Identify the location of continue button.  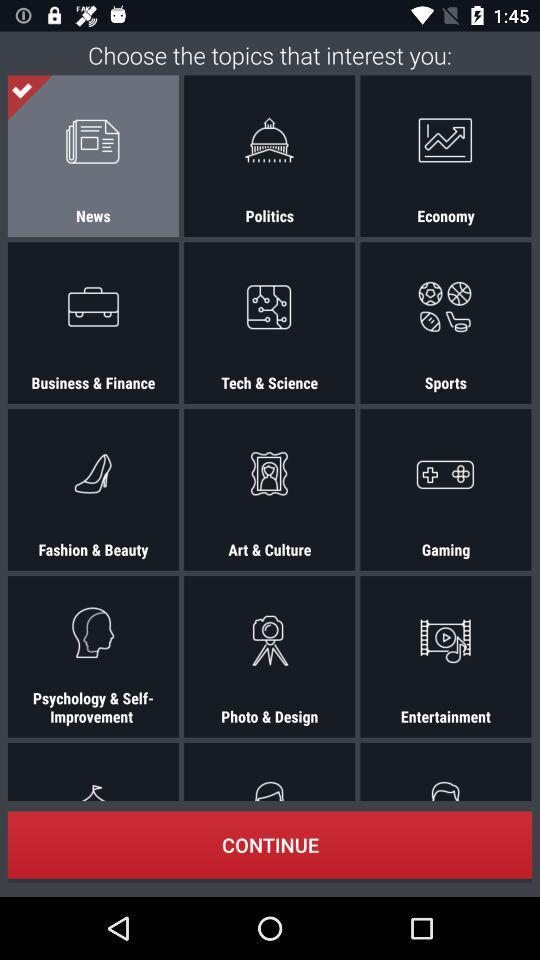
(270, 844).